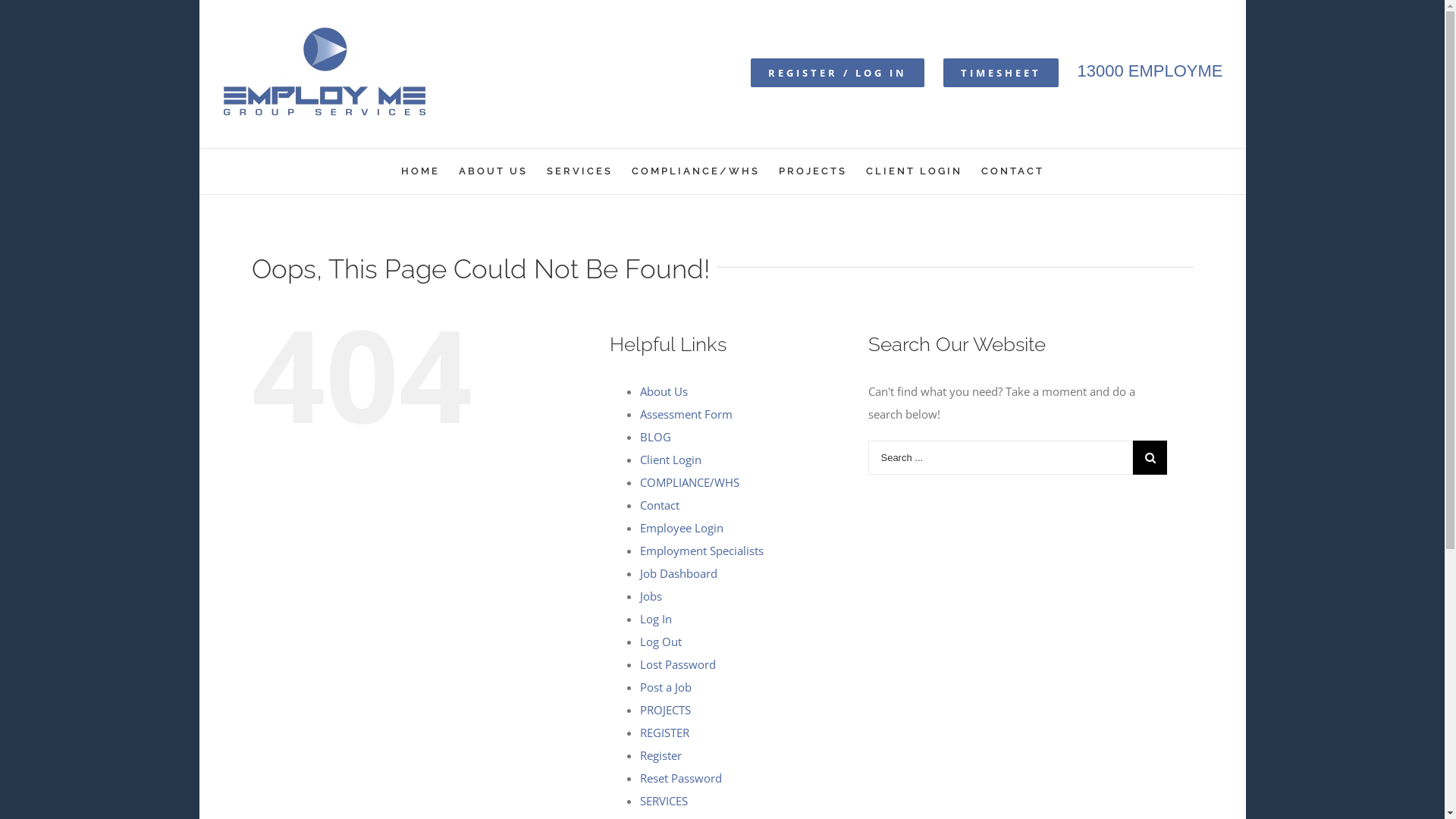 The width and height of the screenshot is (1456, 819). Describe the element at coordinates (659, 505) in the screenshot. I see `'Contact'` at that location.